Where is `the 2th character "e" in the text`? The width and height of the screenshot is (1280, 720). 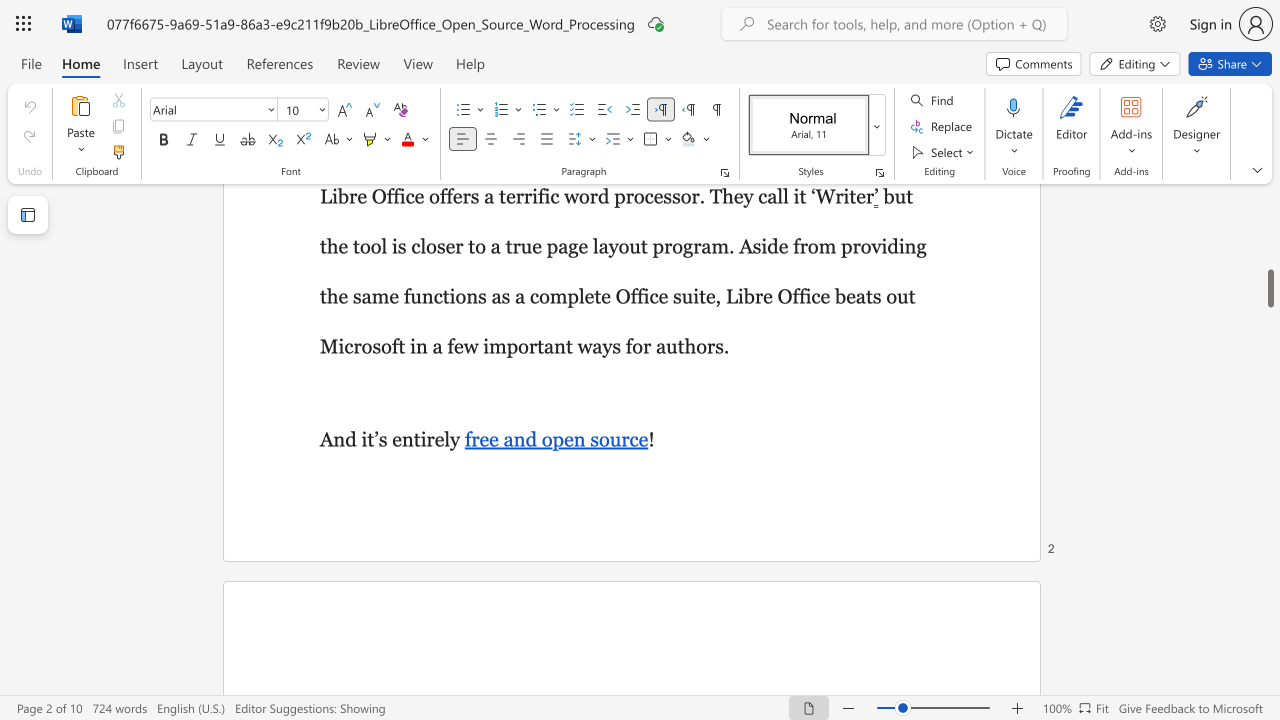
the 2th character "e" in the text is located at coordinates (438, 438).